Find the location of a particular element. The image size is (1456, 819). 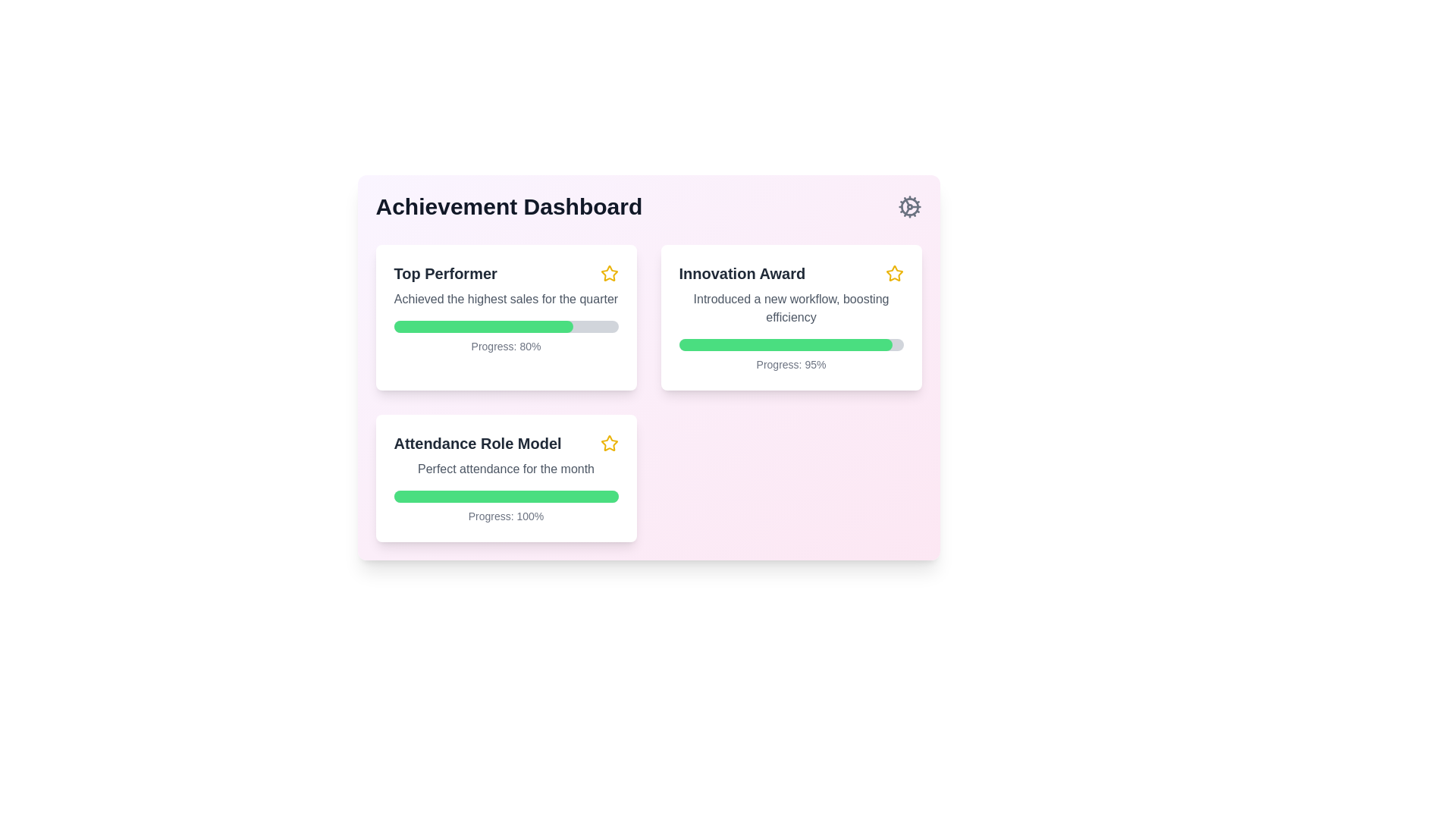

the filled section of the Progress bar representing 80% completion for the 'Top Performer' metric, located within the 'Top Performer' card on the dashboard is located at coordinates (482, 326).